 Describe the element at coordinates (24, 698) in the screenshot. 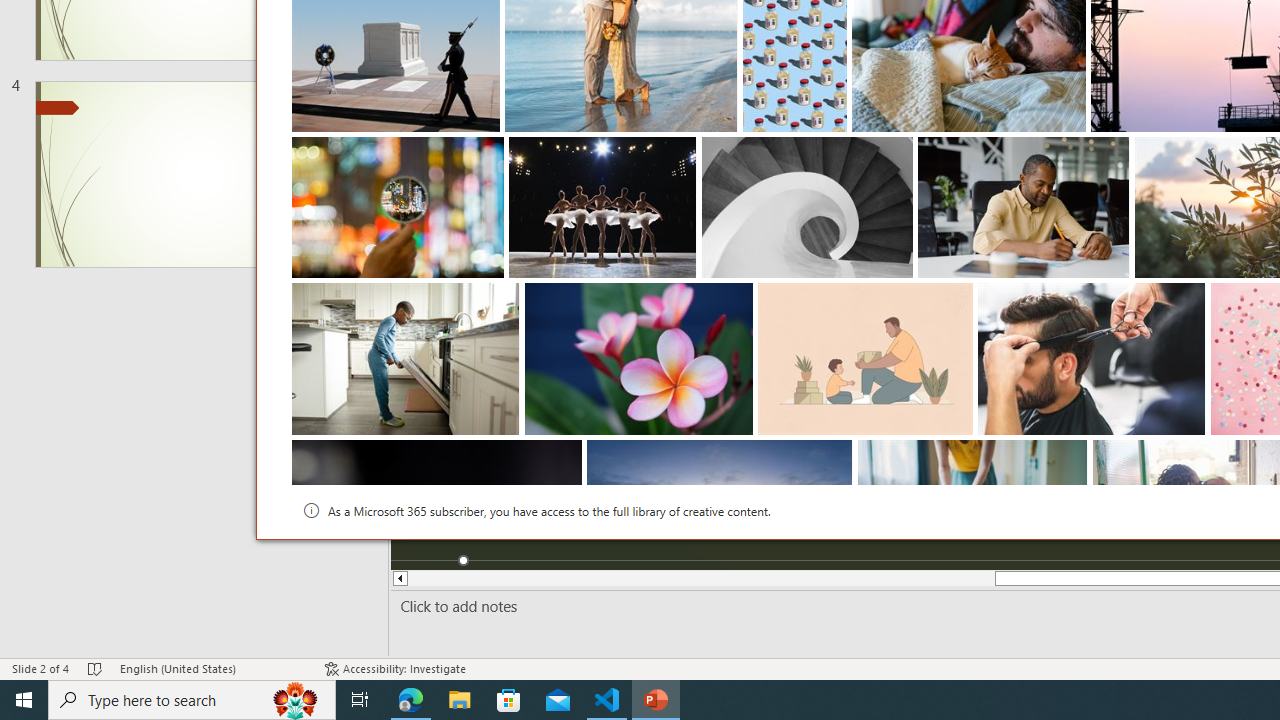

I see `'Start'` at that location.